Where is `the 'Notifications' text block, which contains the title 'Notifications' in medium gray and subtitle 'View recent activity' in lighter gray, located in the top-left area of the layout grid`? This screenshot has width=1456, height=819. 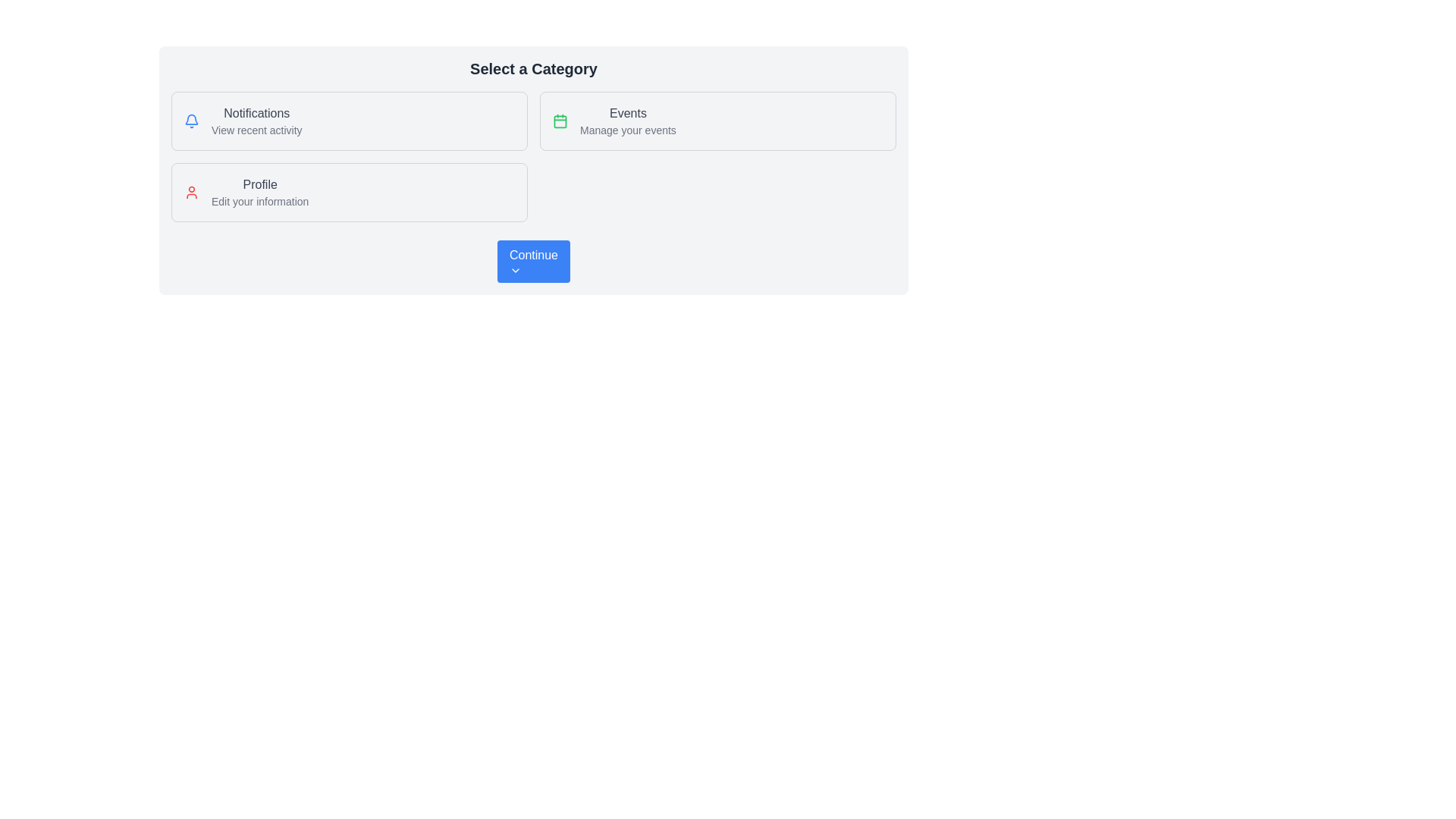 the 'Notifications' text block, which contains the title 'Notifications' in medium gray and subtitle 'View recent activity' in lighter gray, located in the top-left area of the layout grid is located at coordinates (256, 120).